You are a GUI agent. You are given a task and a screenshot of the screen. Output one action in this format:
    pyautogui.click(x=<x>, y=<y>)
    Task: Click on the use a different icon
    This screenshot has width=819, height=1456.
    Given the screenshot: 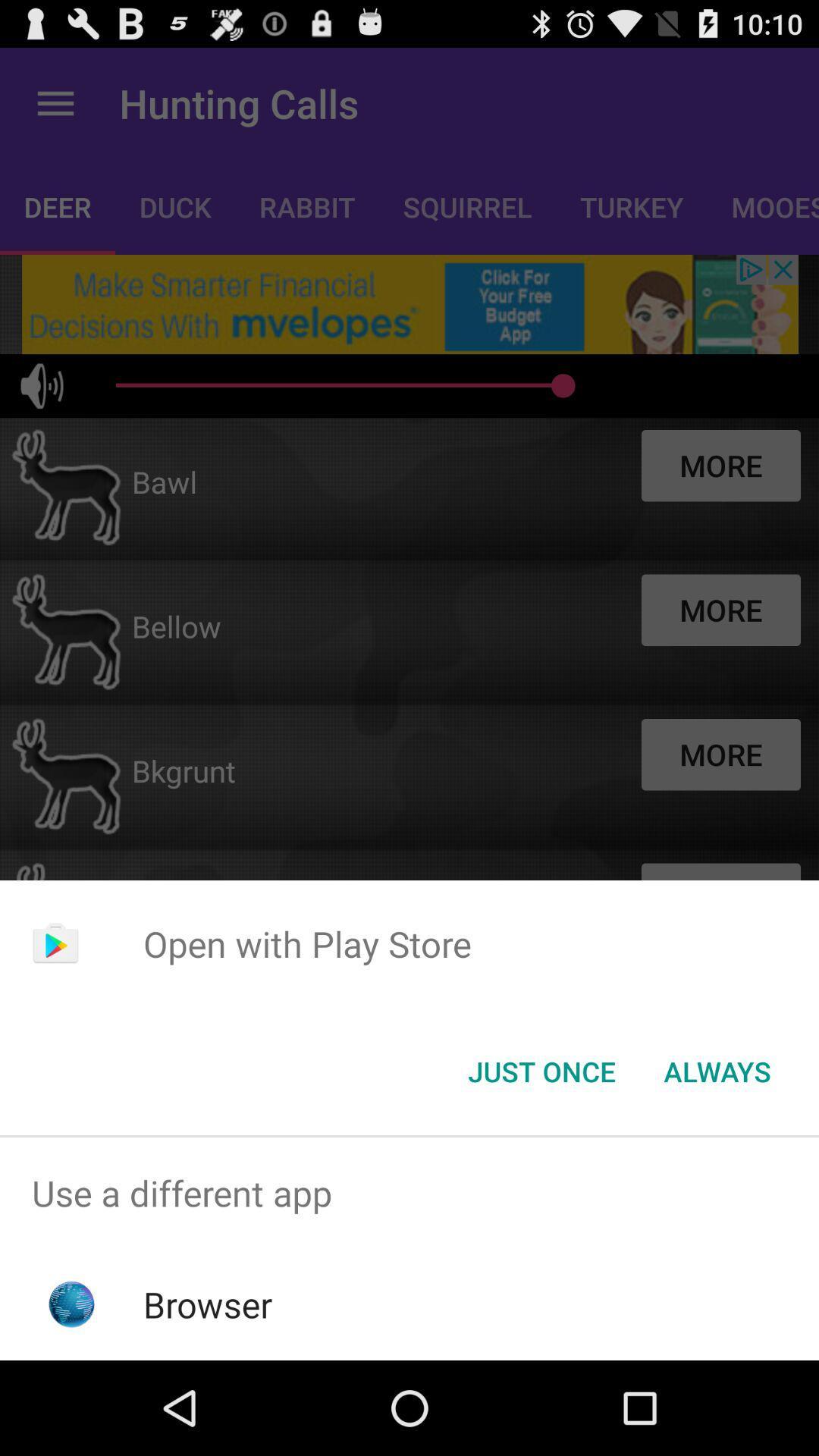 What is the action you would take?
    pyautogui.click(x=409, y=1192)
    